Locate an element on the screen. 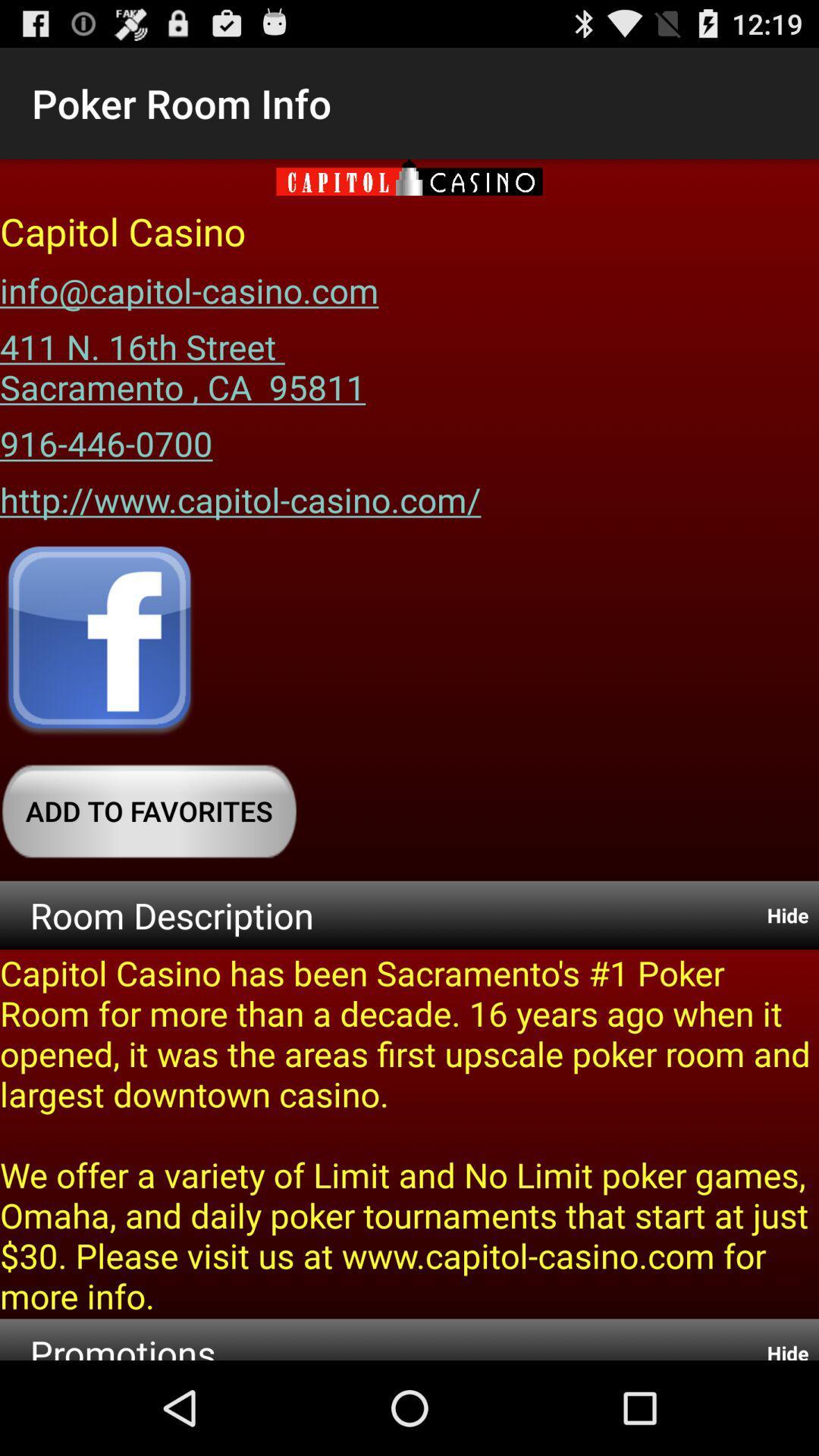  916-446-0700 icon is located at coordinates (105, 437).